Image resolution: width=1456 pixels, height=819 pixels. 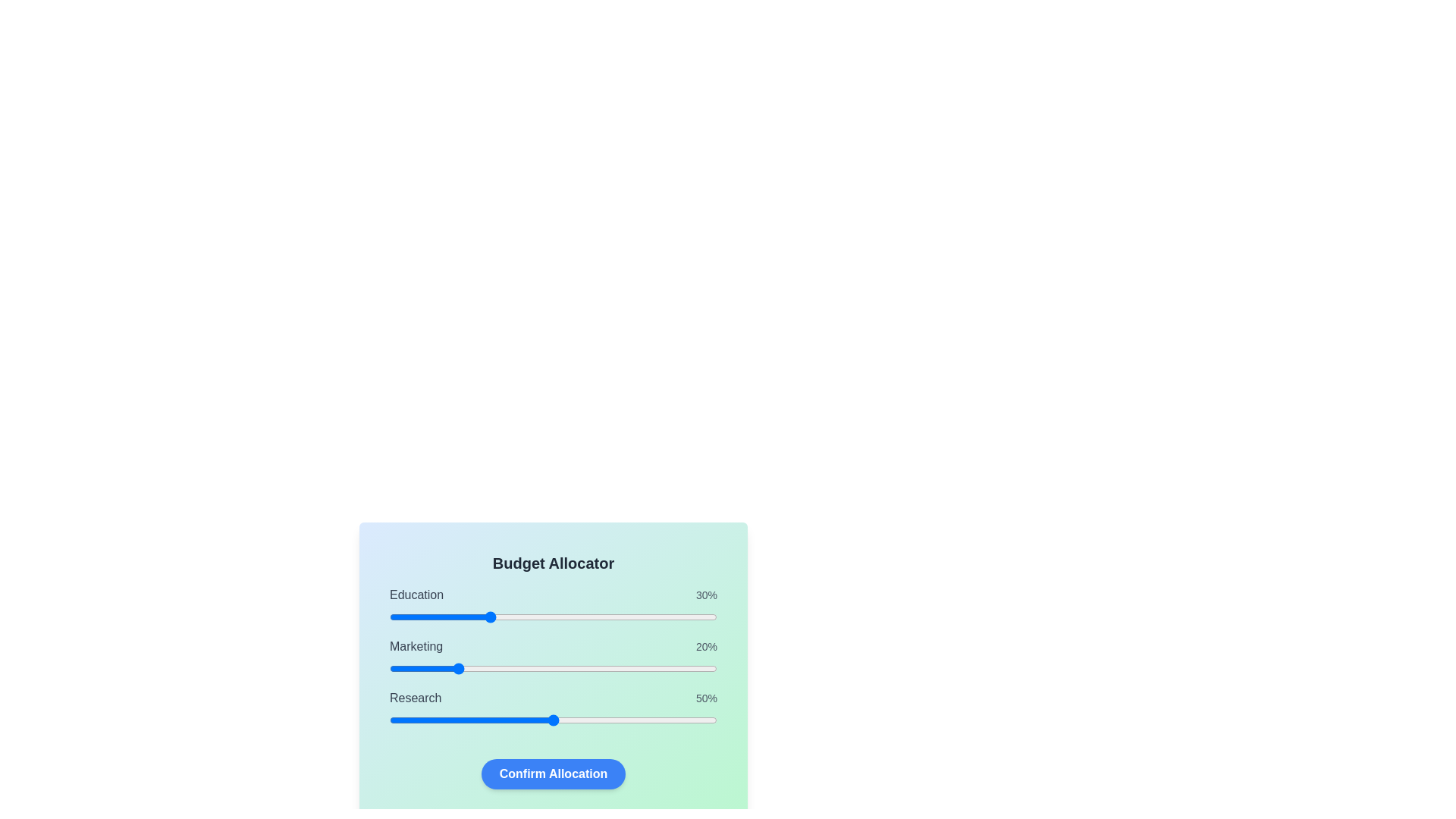 What do you see at coordinates (409, 617) in the screenshot?
I see `the Education slider to 6%` at bounding box center [409, 617].